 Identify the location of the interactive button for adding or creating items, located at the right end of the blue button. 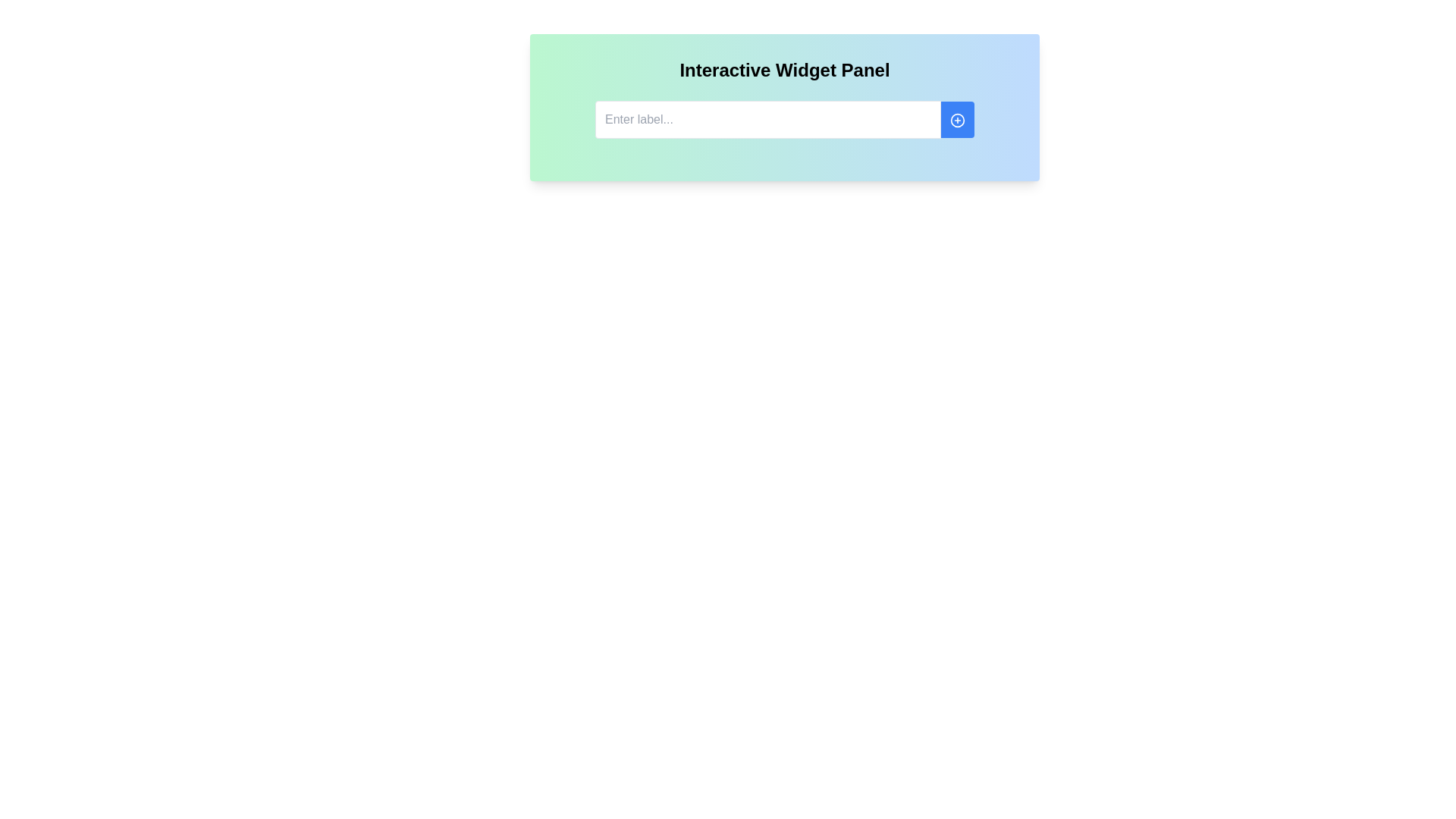
(956, 119).